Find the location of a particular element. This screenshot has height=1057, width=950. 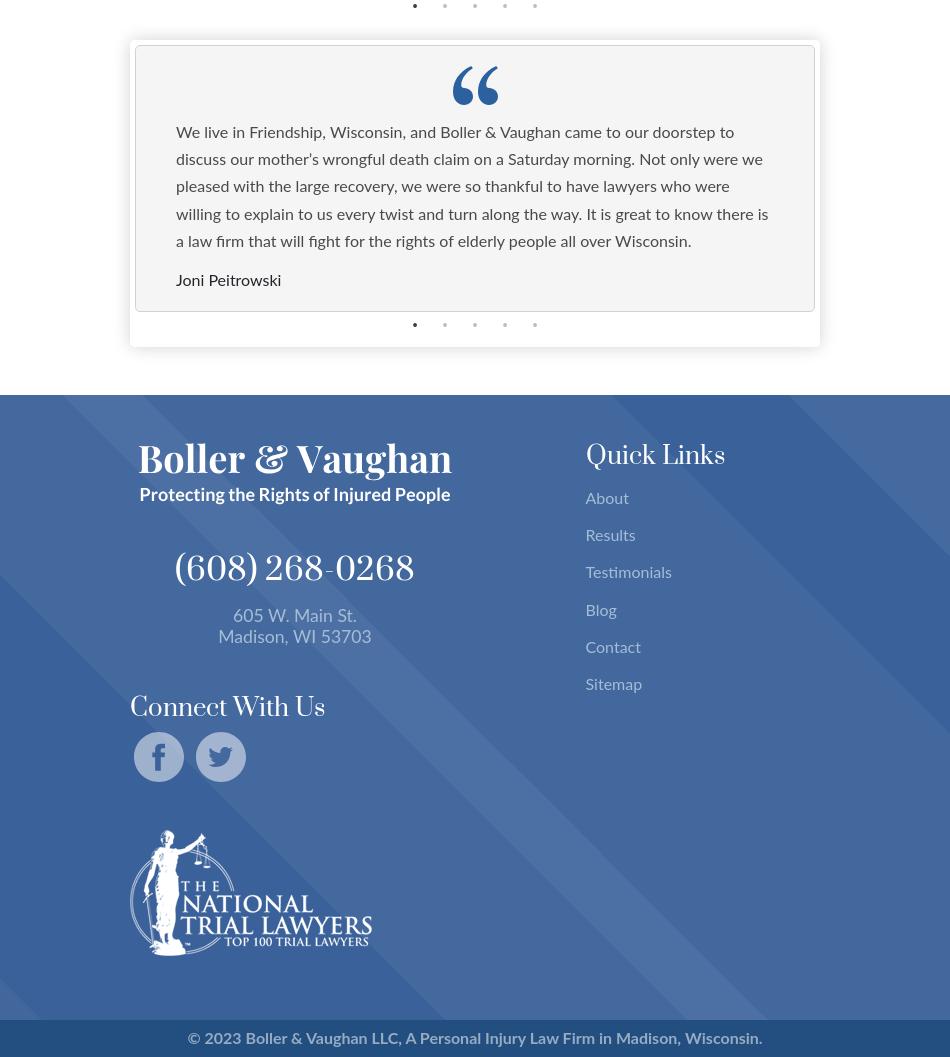

'© 2023 Boller & Vaughan LLC, A Personal Injury Law Firm in Madison, Wisconsin.' is located at coordinates (186, 1036).